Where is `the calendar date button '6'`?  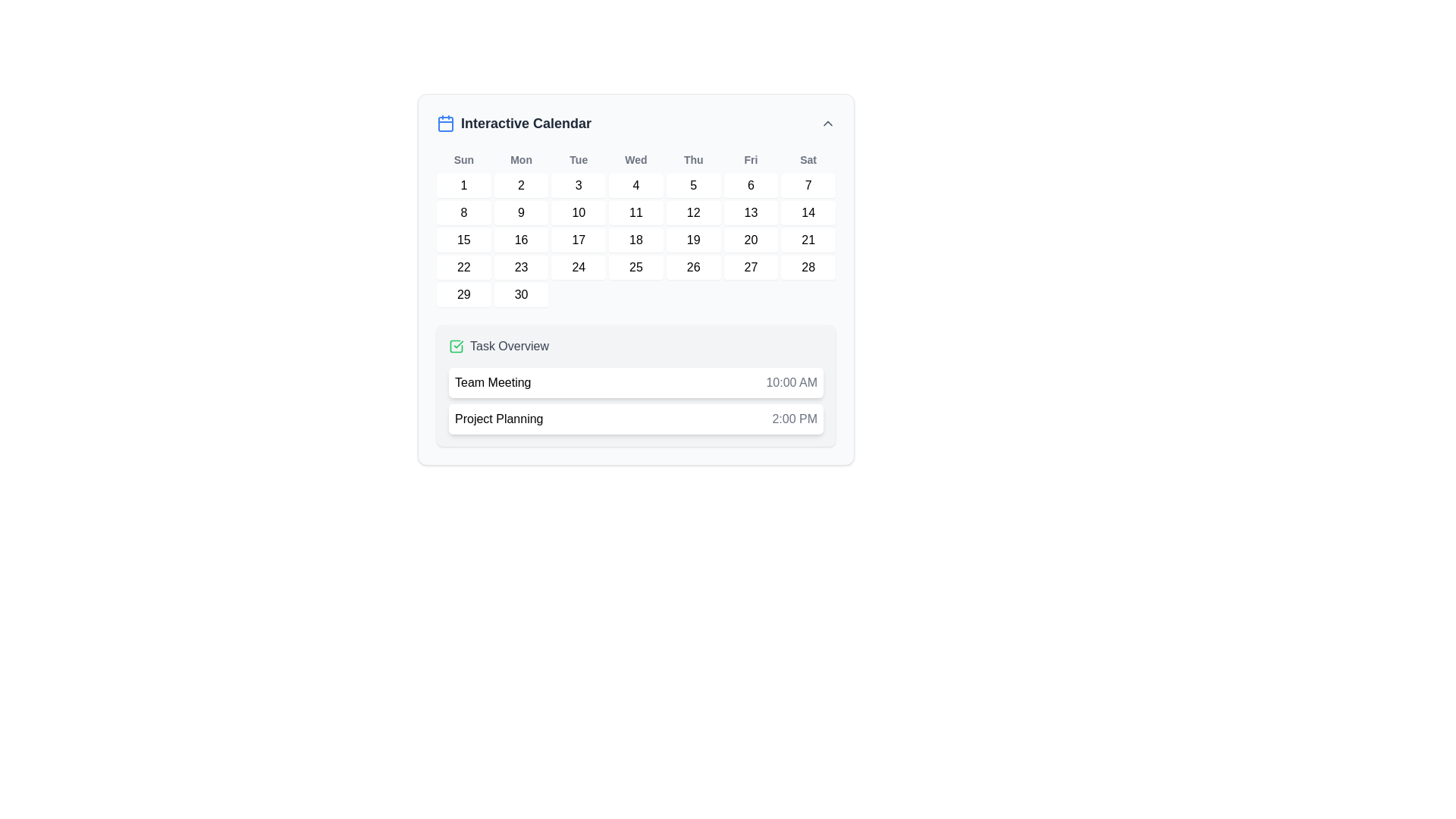 the calendar date button '6' is located at coordinates (751, 185).